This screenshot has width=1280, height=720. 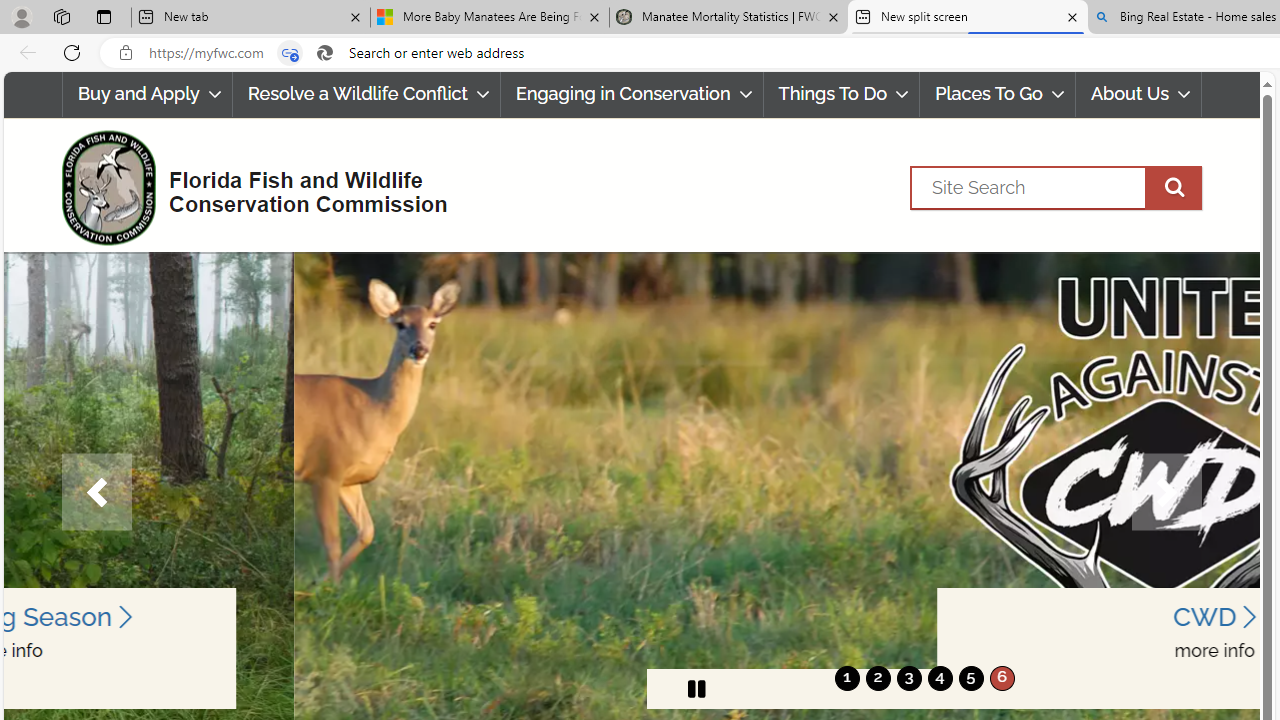 I want to click on 'slider pause button', so click(x=696, y=688).